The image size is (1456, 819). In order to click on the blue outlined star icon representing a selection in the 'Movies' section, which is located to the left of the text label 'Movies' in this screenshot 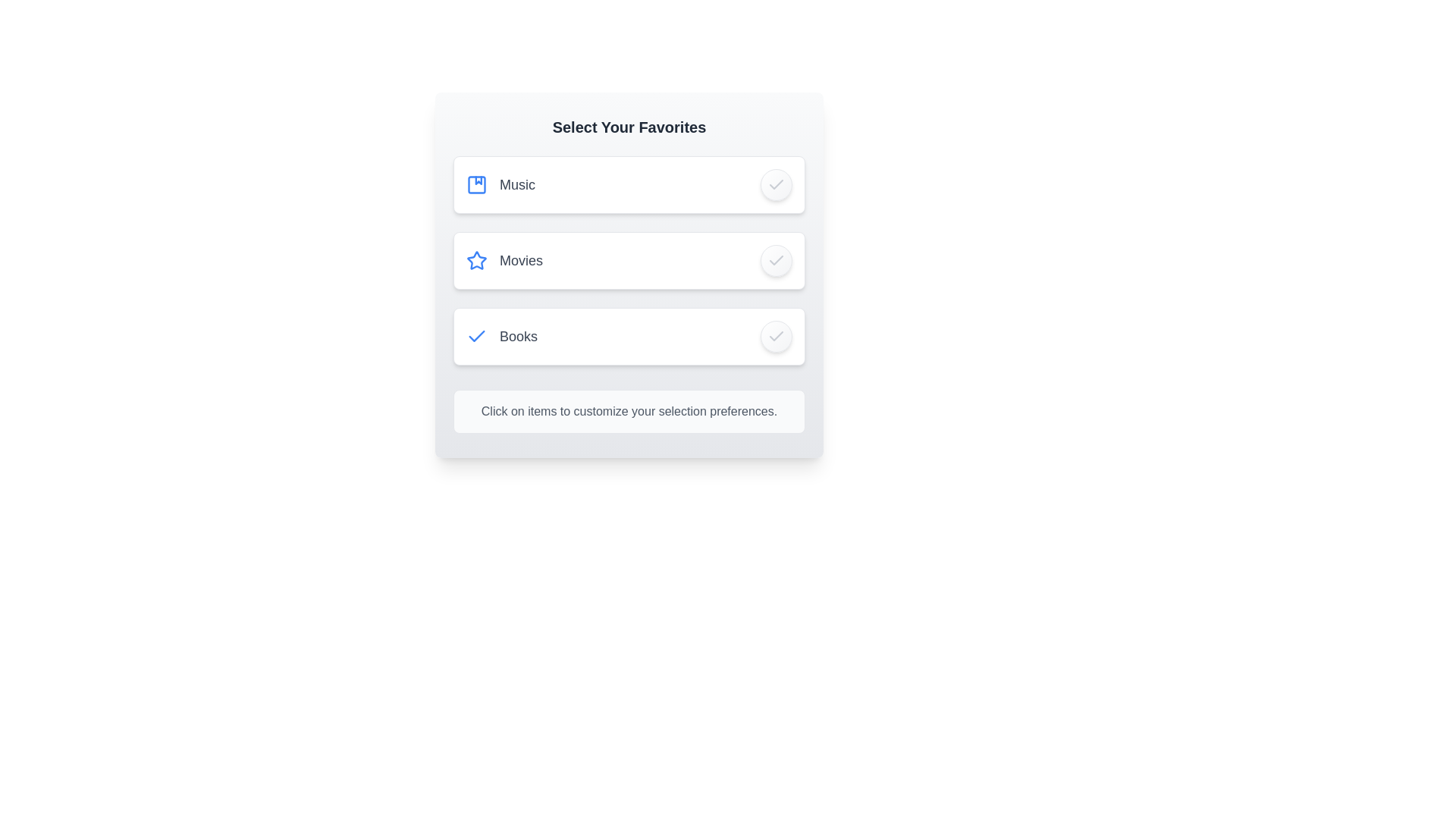, I will do `click(475, 259)`.